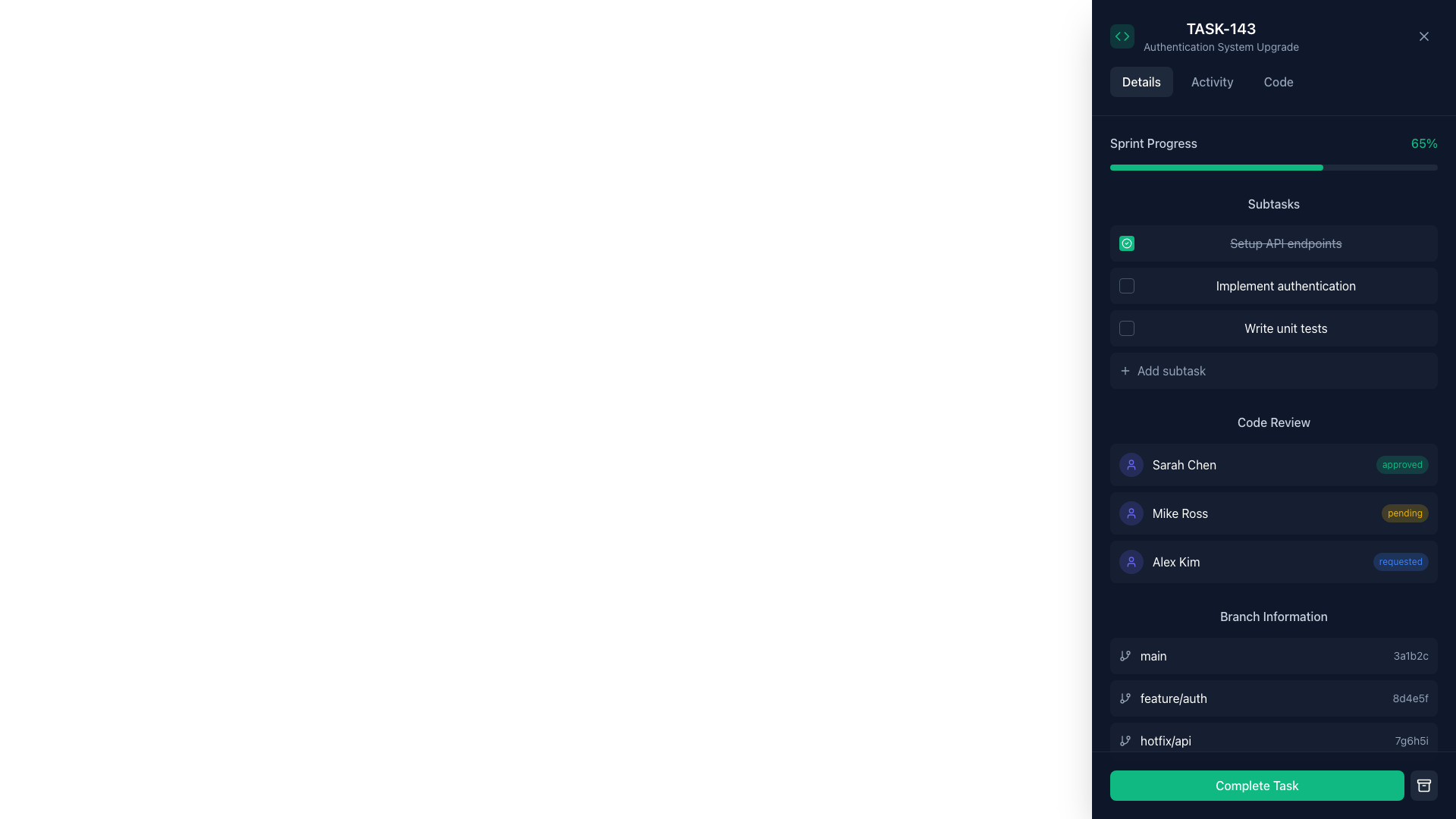 This screenshot has width=1456, height=819. Describe the element at coordinates (1285, 327) in the screenshot. I see `the text label reading 'Write unit tests'` at that location.